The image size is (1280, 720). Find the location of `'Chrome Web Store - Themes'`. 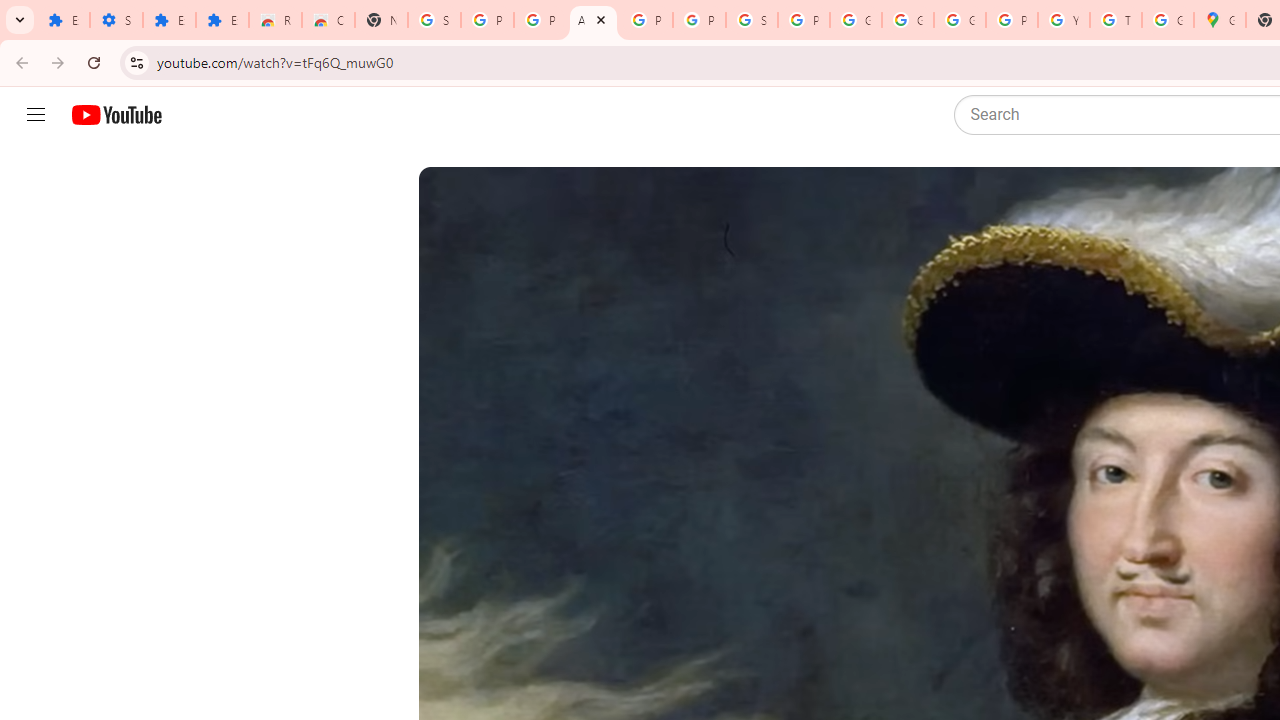

'Chrome Web Store - Themes' is located at coordinates (328, 20).